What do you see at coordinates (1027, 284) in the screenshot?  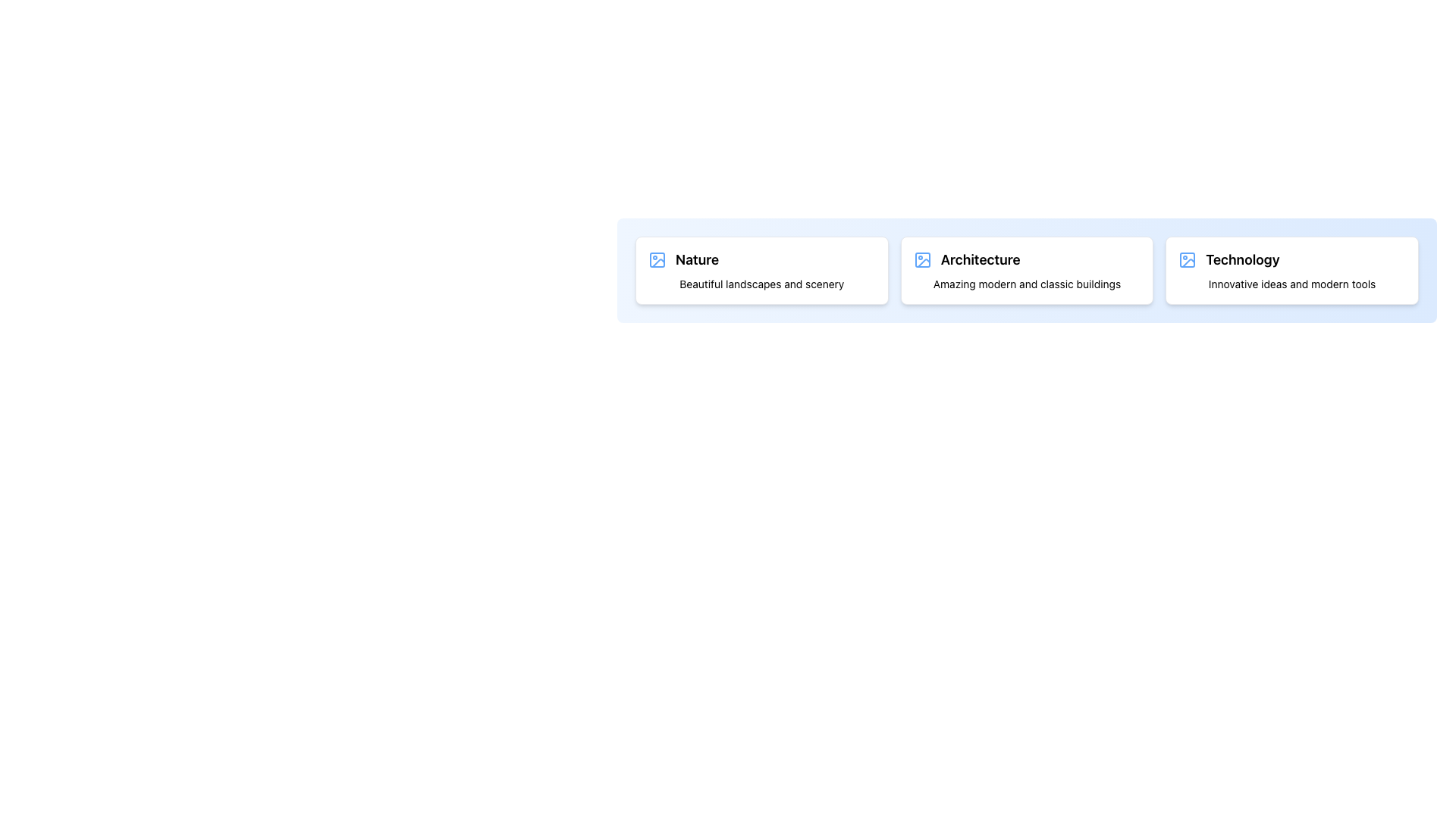 I see `the Text label that provides additional information about the 'Architecture' category within the card interface` at bounding box center [1027, 284].